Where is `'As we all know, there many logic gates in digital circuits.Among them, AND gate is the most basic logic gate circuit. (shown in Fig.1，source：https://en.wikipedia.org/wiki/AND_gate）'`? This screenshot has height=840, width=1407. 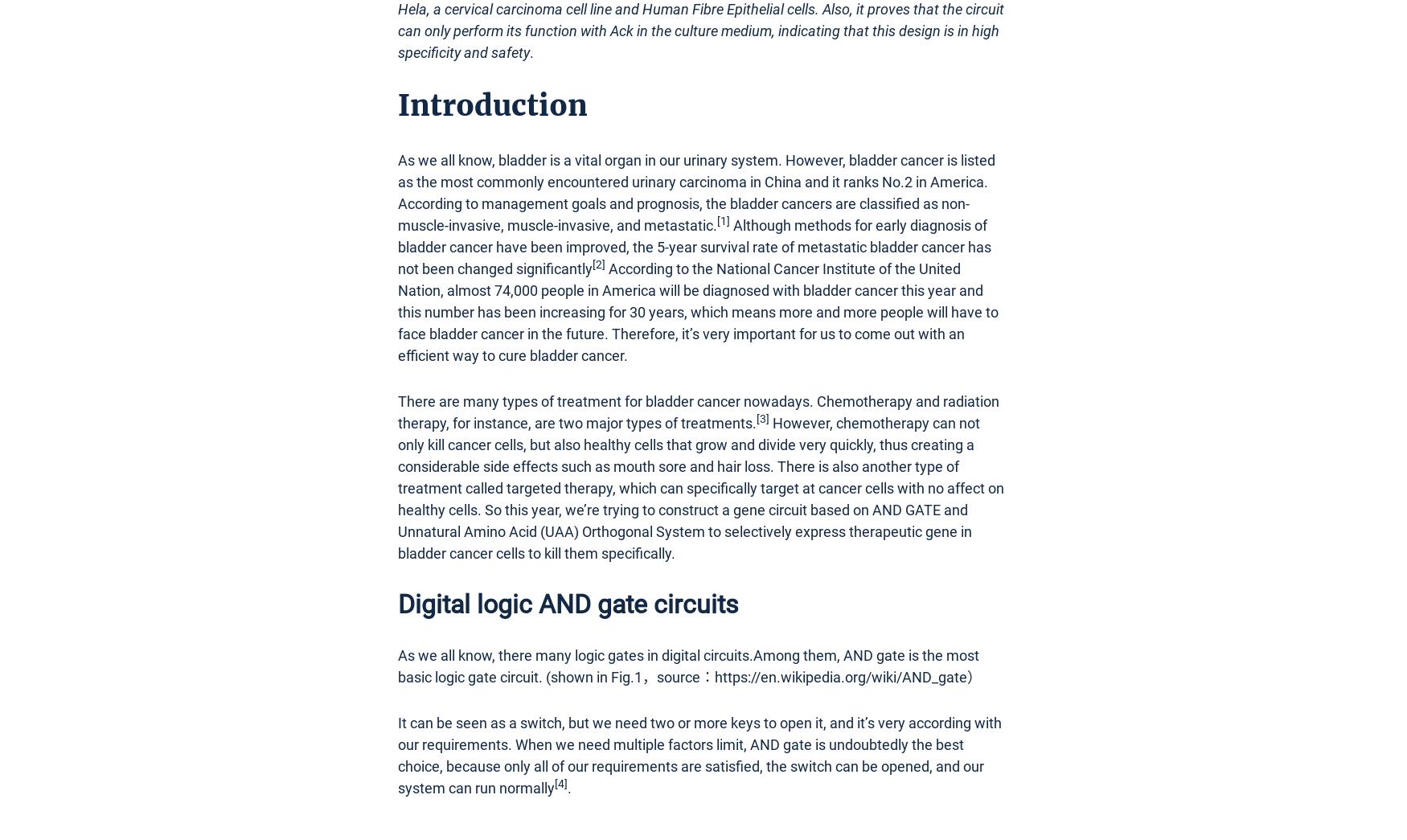
'As we all know, there many logic gates in digital circuits.Among them, AND gate is the most basic logic gate circuit. (shown in Fig.1，source：https://en.wikipedia.org/wiki/AND_gate）' is located at coordinates (690, 664).